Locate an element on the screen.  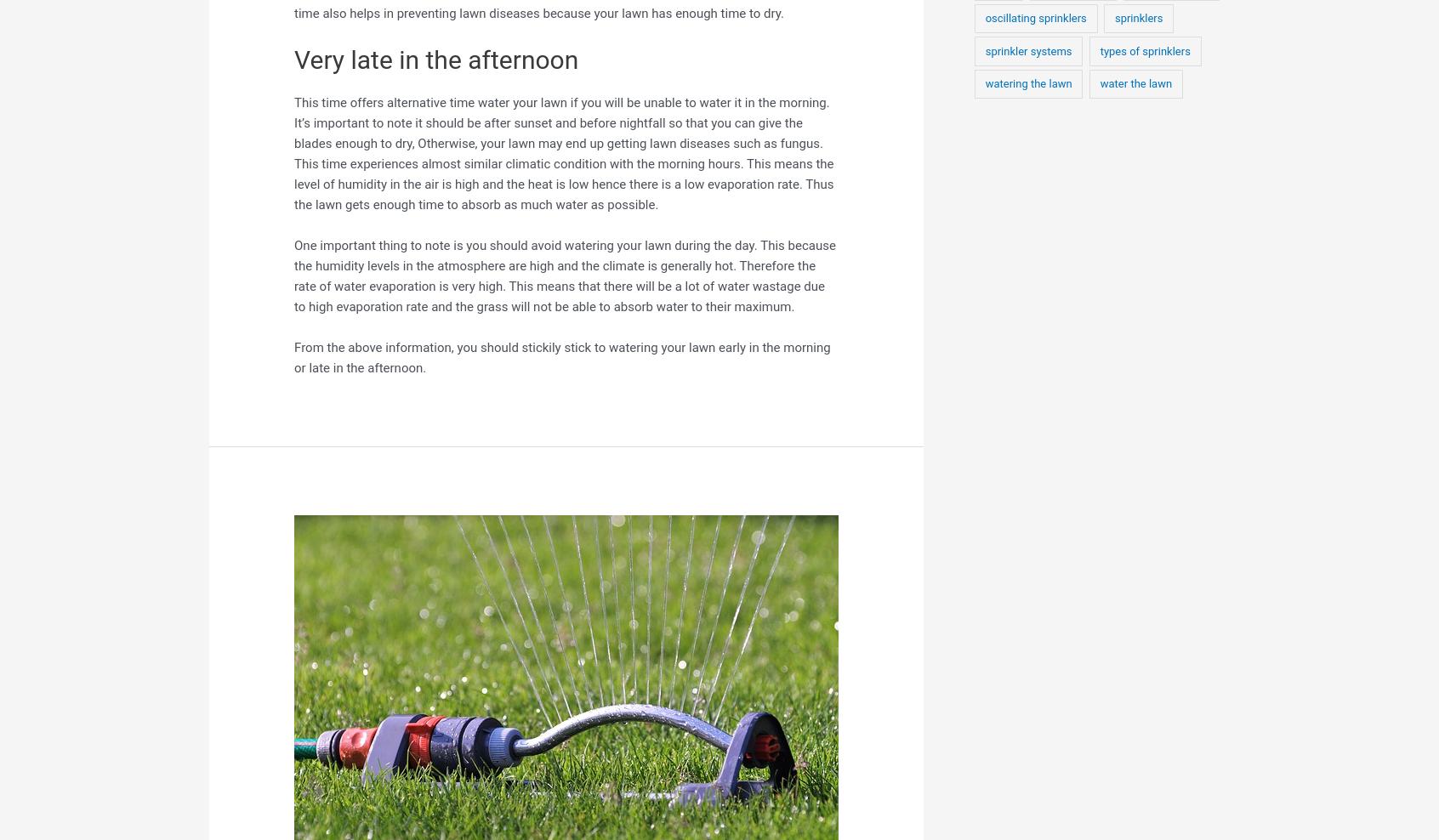
'water the lawn' is located at coordinates (1135, 83).